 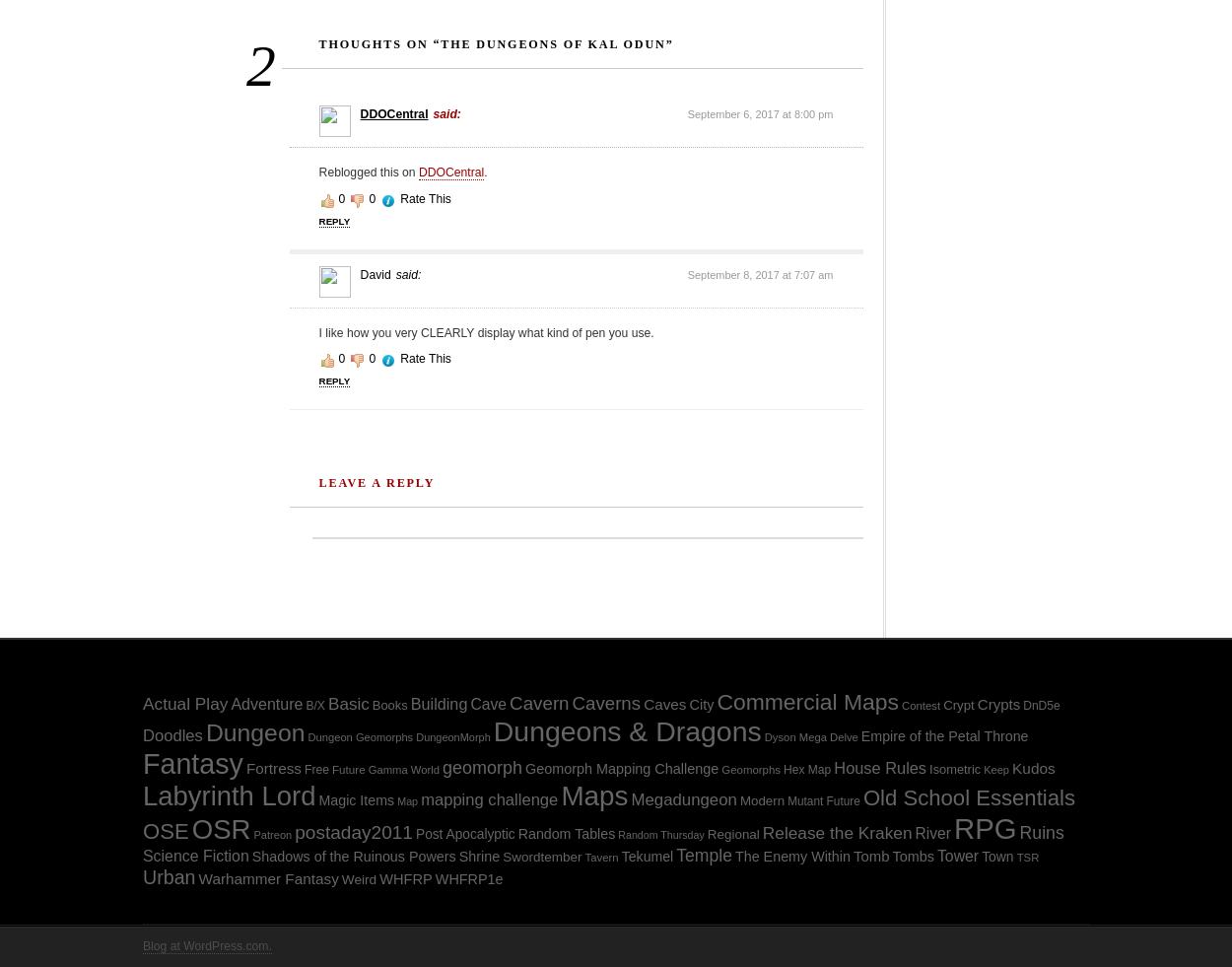 What do you see at coordinates (791, 856) in the screenshot?
I see `'The Enemy Within'` at bounding box center [791, 856].